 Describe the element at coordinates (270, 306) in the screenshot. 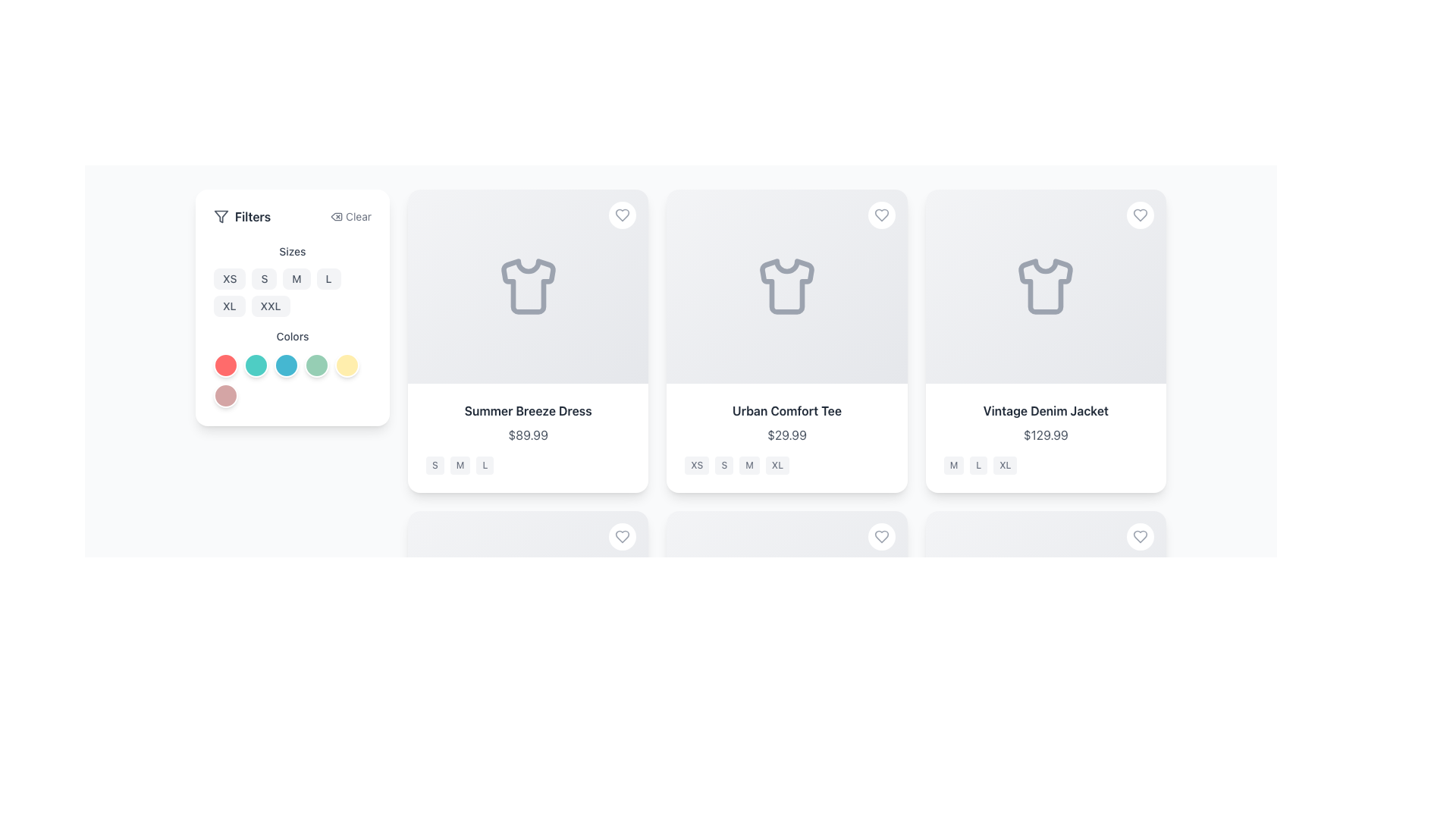

I see `the button labeled 'XXL' with a light gray background` at that location.